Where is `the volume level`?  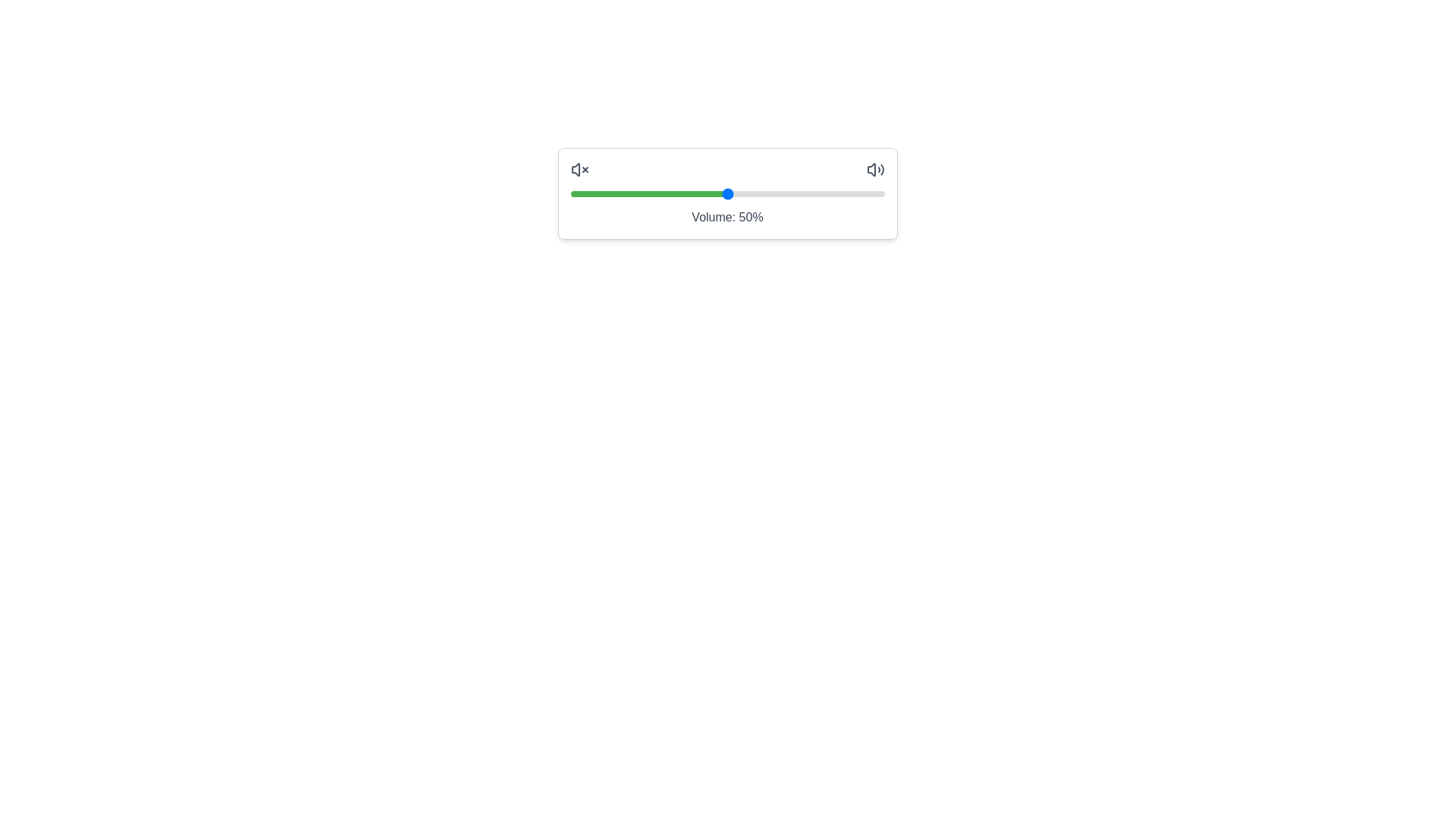
the volume level is located at coordinates (827, 193).